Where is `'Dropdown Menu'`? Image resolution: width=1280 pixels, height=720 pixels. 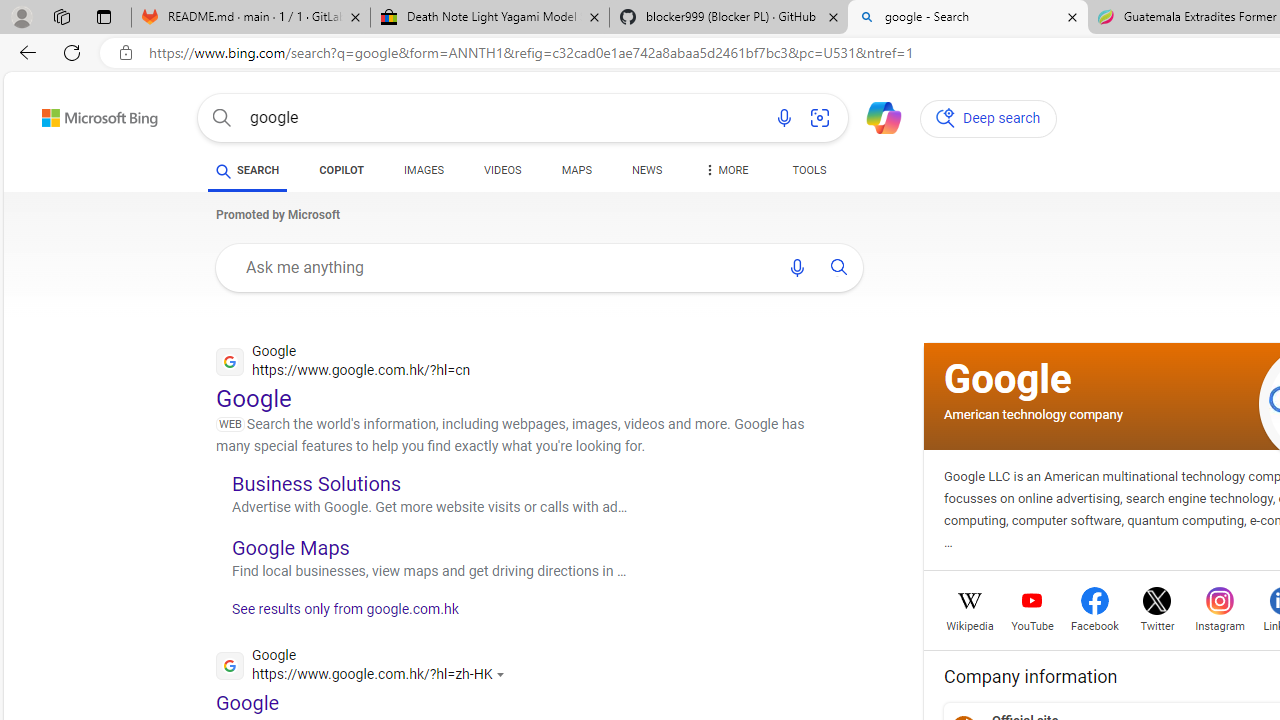 'Dropdown Menu' is located at coordinates (724, 170).